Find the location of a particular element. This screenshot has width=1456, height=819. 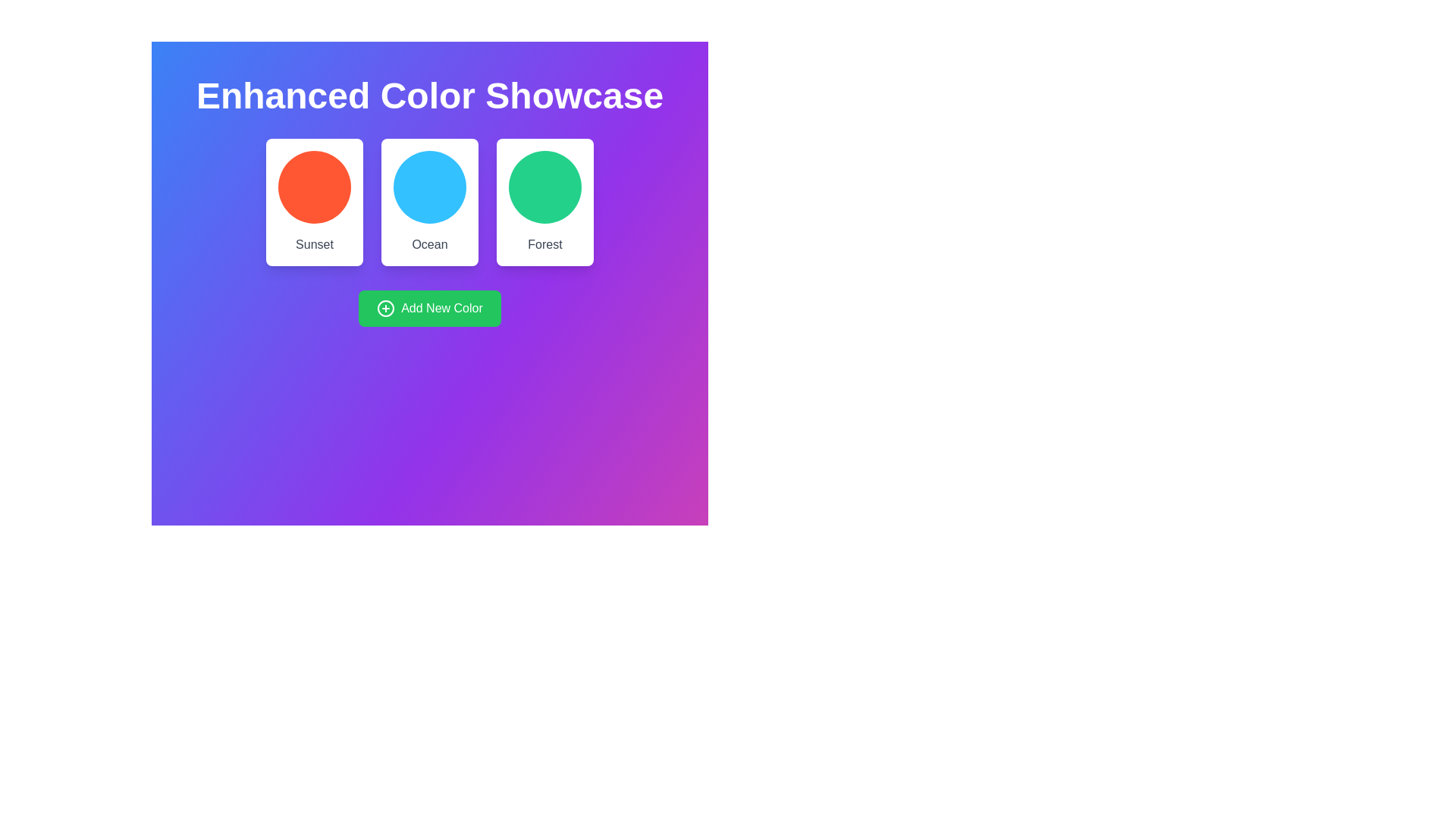

the third card from the left in the grid that represents 'Forest' is located at coordinates (545, 201).